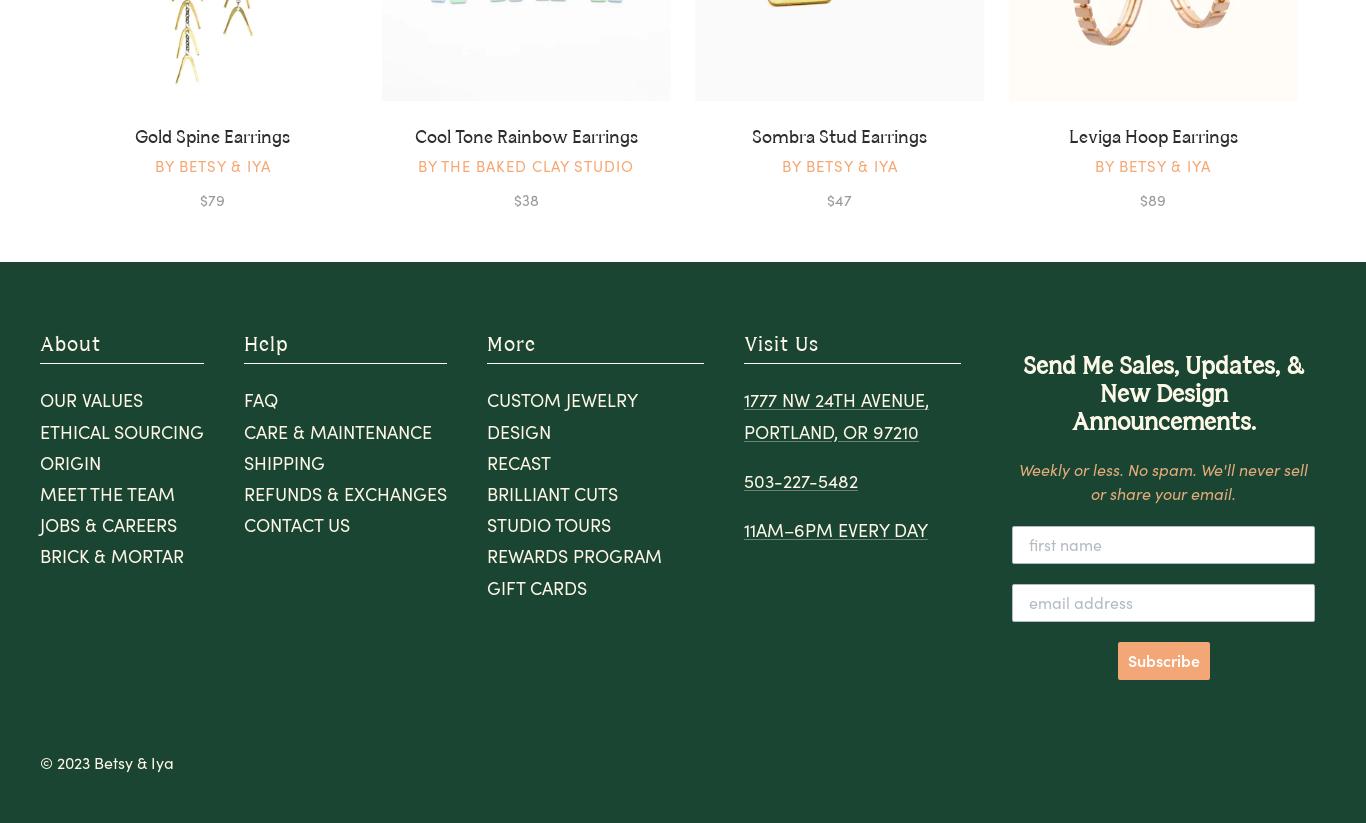 Image resolution: width=1366 pixels, height=823 pixels. Describe the element at coordinates (511, 344) in the screenshot. I see `'More'` at that location.